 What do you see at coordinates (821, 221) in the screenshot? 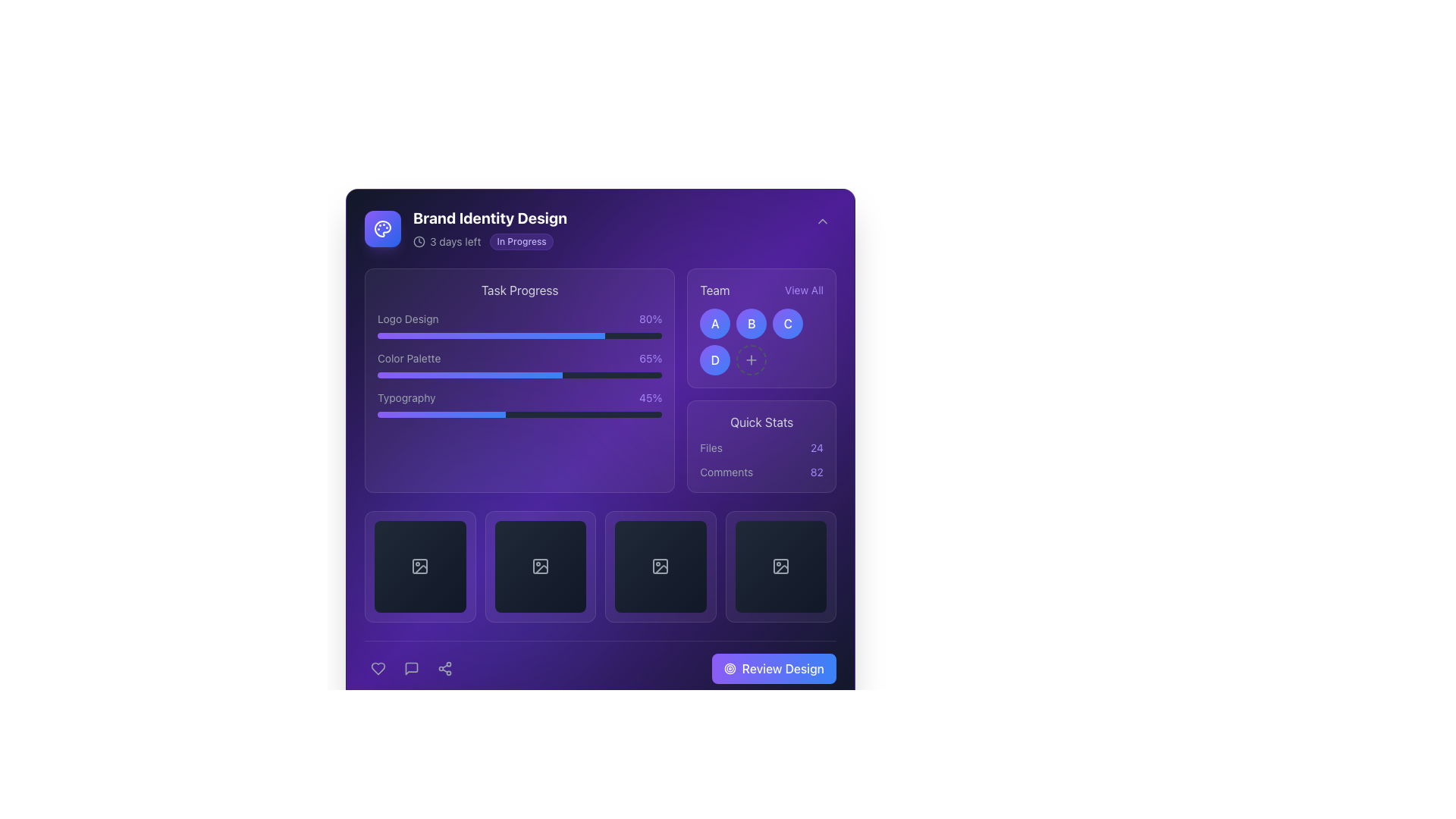
I see `the upward-pointing triangle-shaped button with a purple background, located at the top-right corner of the card next to the header text 'Brand Identity Design'` at bounding box center [821, 221].